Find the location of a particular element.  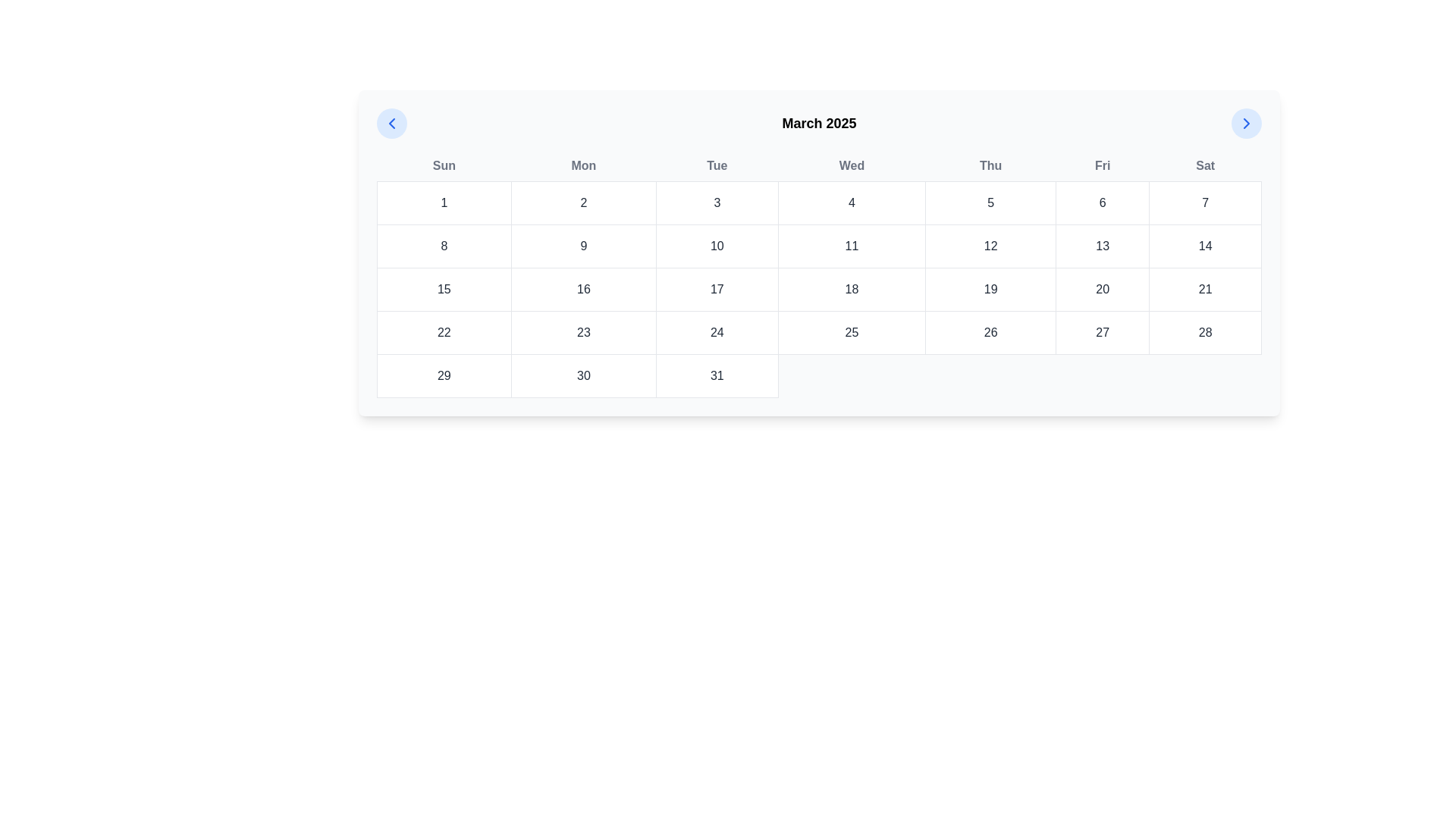

the clickable calendar cell representing the 15th of the month is located at coordinates (443, 289).